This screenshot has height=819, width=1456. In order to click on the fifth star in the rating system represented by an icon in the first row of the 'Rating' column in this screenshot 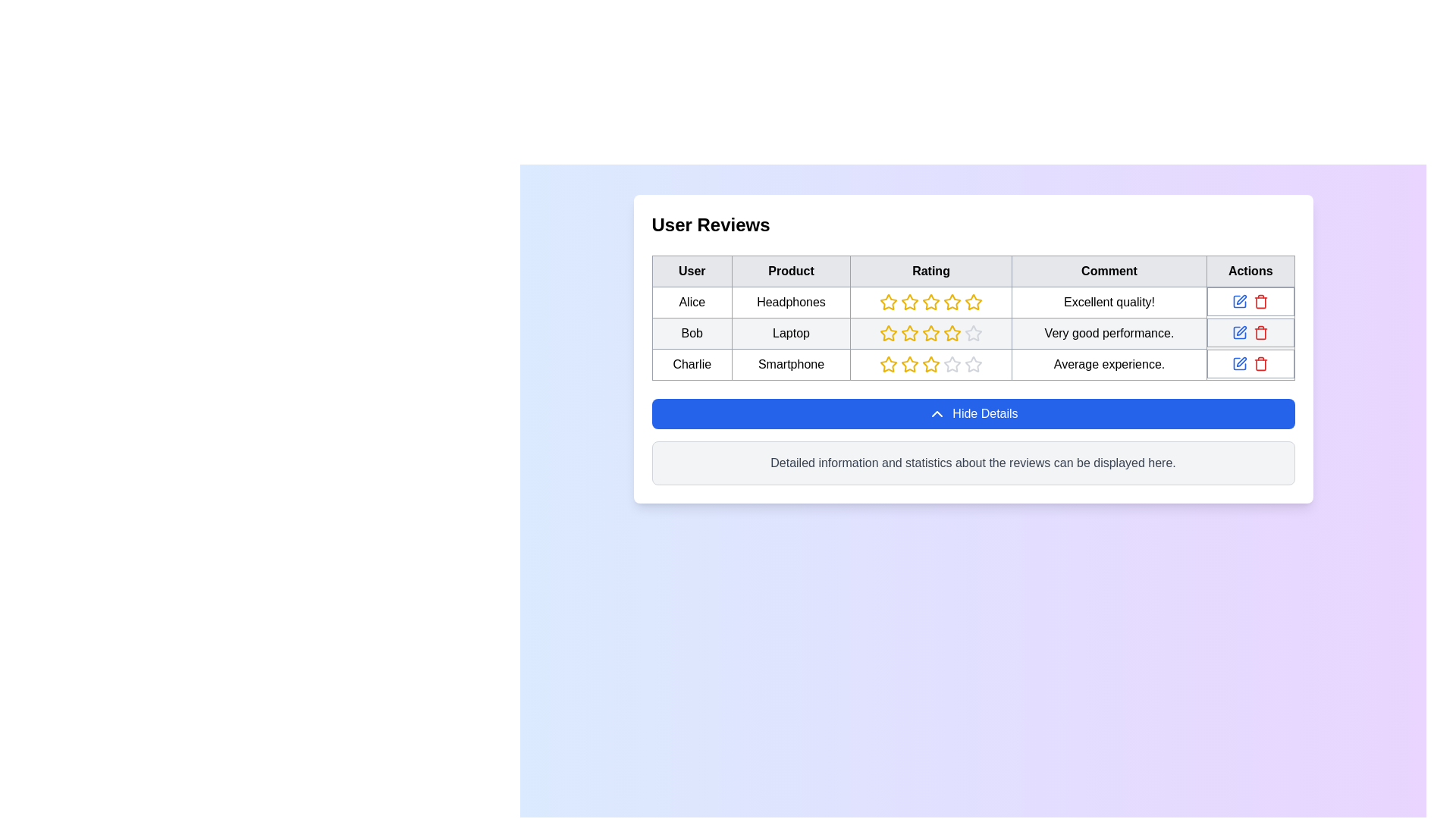, I will do `click(974, 302)`.